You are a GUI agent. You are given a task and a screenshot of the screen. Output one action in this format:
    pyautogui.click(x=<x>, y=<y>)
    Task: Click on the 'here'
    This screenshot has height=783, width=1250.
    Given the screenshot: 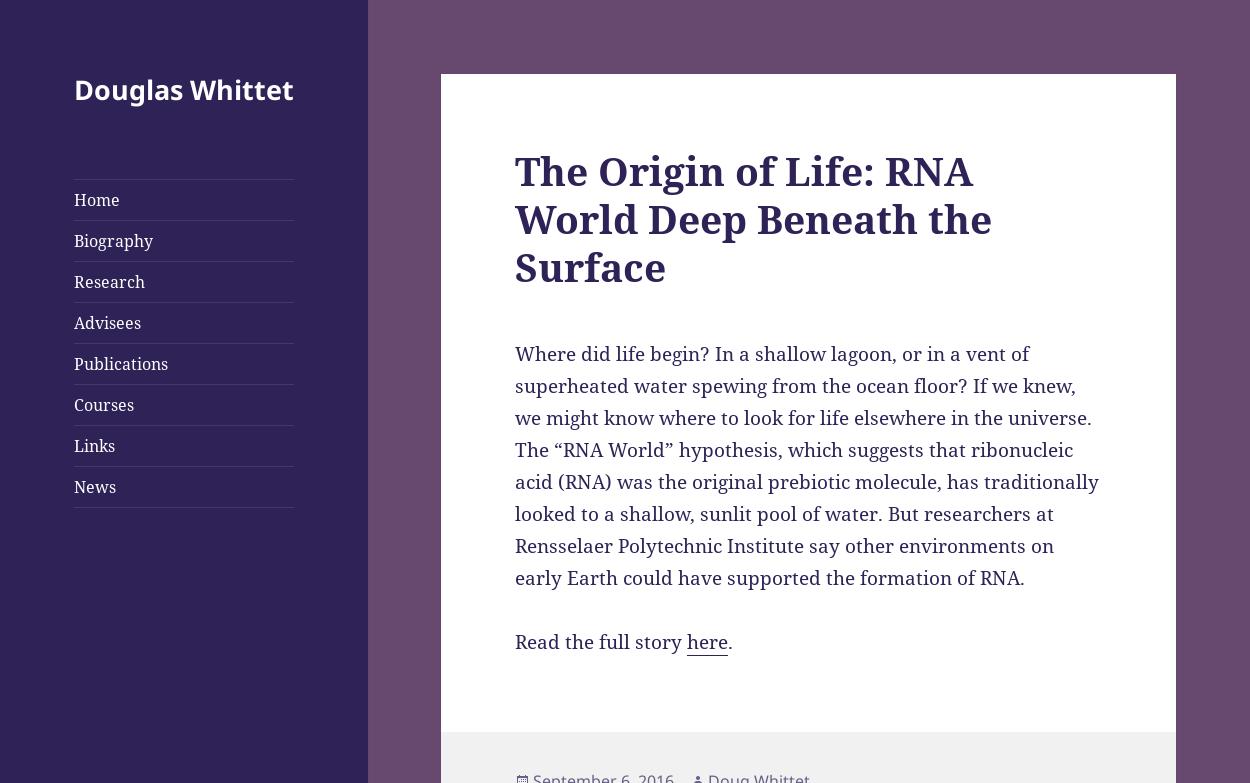 What is the action you would take?
    pyautogui.click(x=705, y=639)
    